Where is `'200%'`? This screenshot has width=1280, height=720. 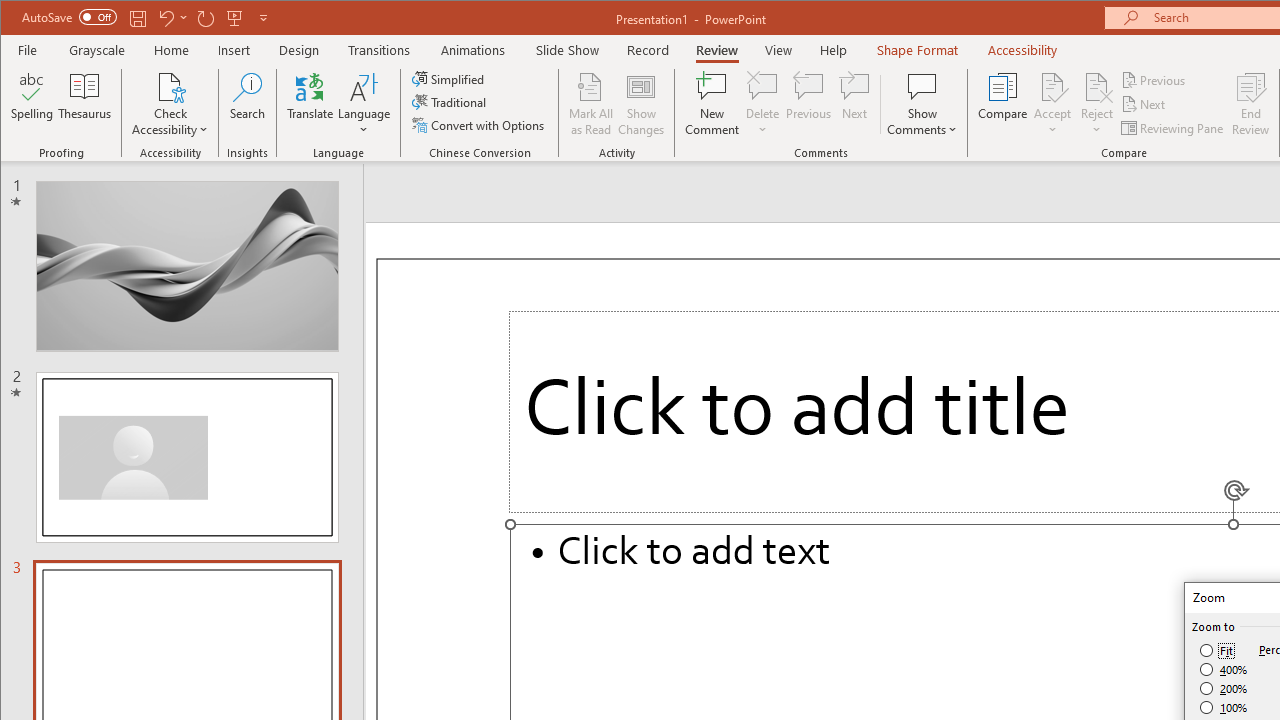
'200%' is located at coordinates (1223, 688).